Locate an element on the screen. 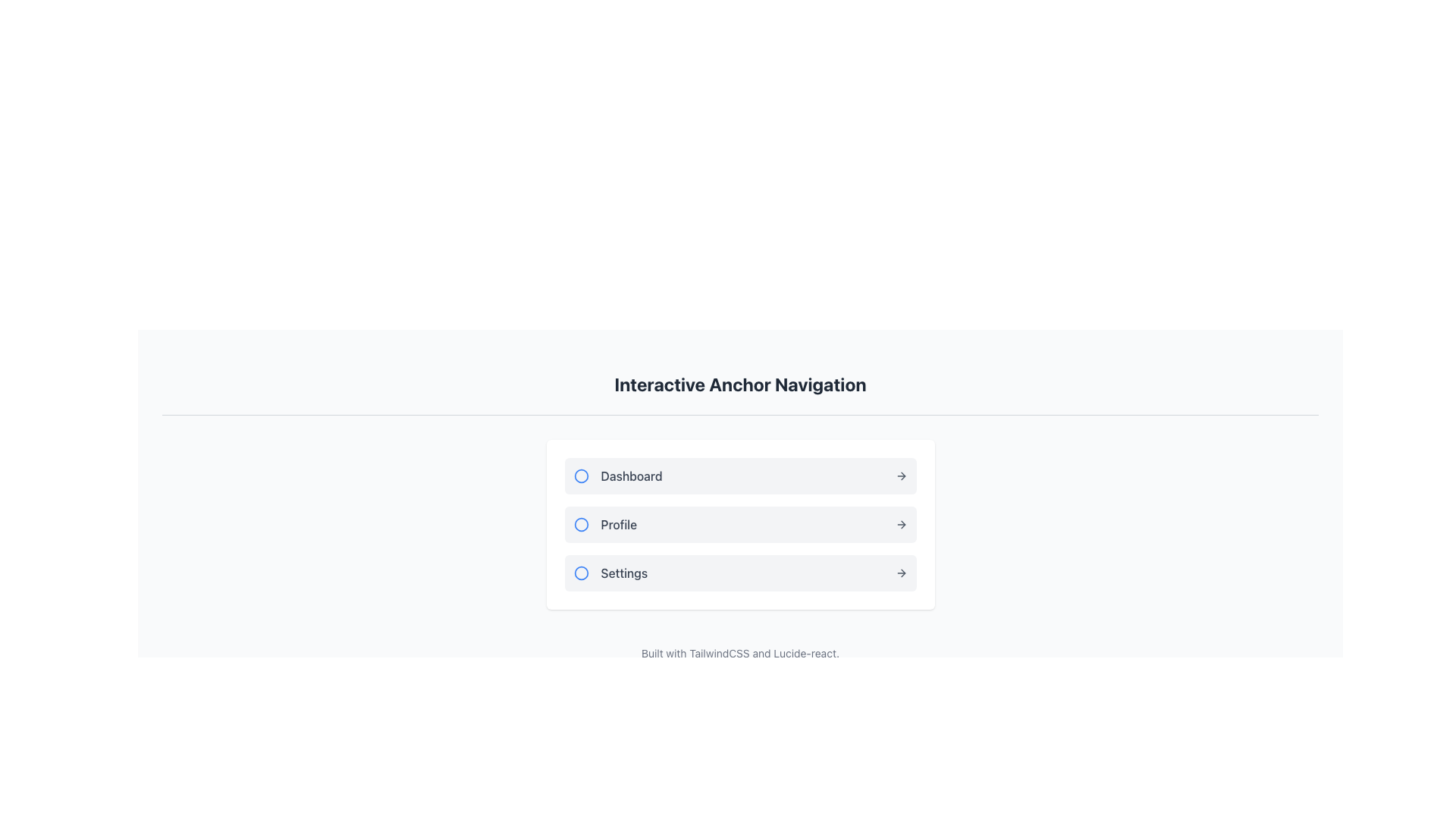  the arrow icon pointing to the right, located on the far-right side of the 'Profile' box is located at coordinates (901, 523).